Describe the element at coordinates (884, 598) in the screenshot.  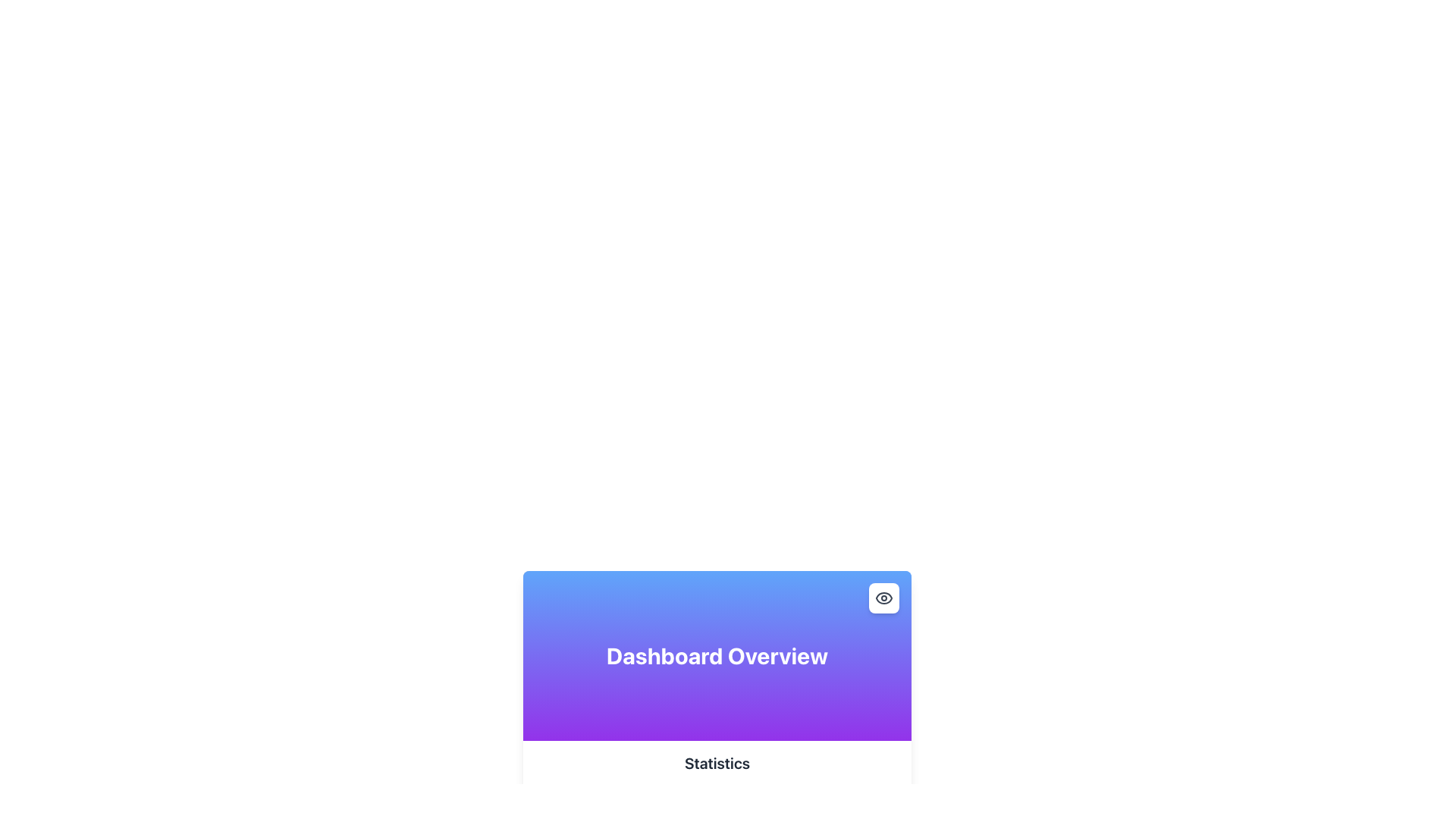
I see `the eye icon located at the top-right corner of the rectangular overlay in the 'Dashboard Overview' card` at that location.